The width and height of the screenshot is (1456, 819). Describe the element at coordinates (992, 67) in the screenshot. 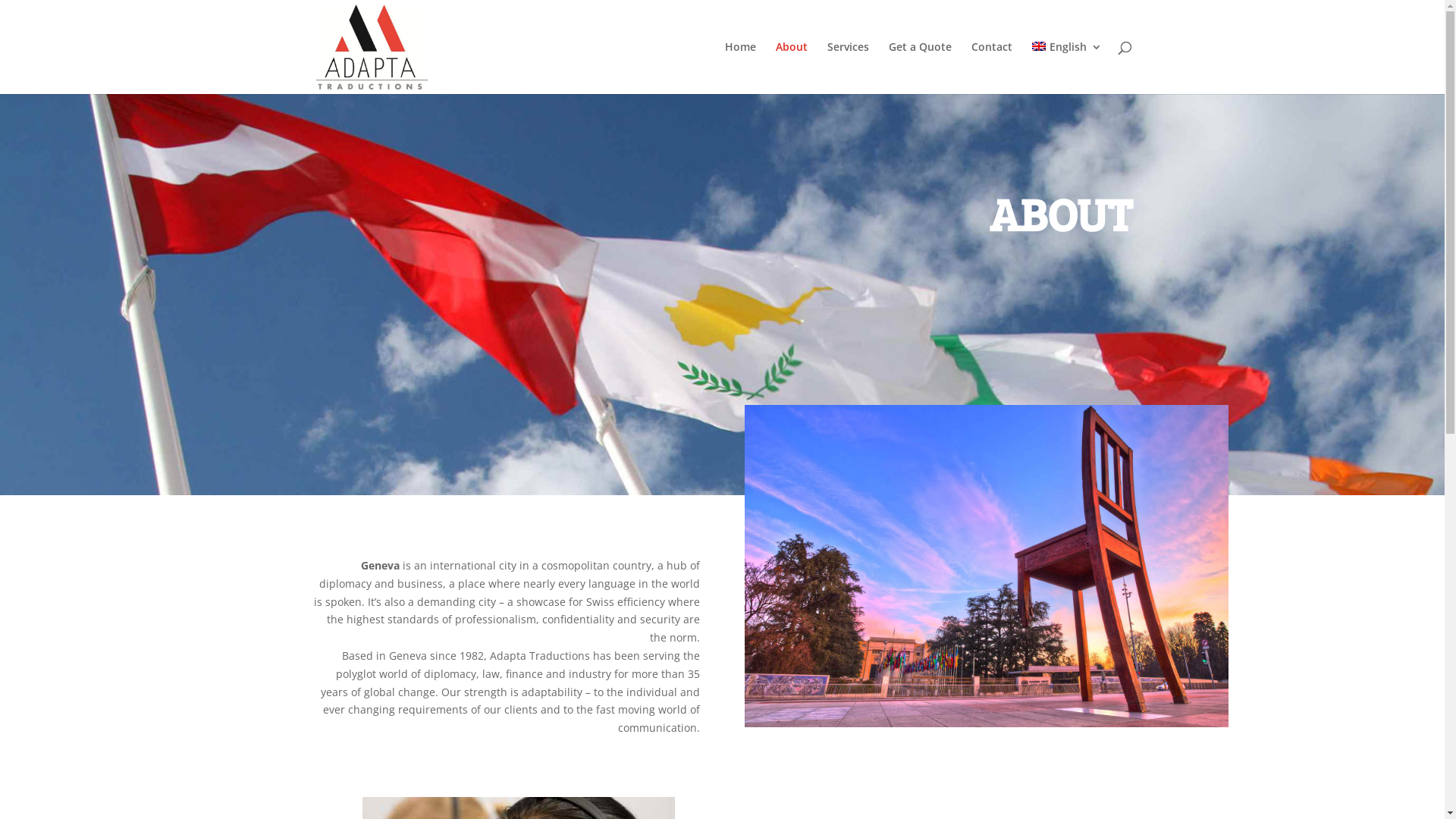

I see `'Contact'` at that location.